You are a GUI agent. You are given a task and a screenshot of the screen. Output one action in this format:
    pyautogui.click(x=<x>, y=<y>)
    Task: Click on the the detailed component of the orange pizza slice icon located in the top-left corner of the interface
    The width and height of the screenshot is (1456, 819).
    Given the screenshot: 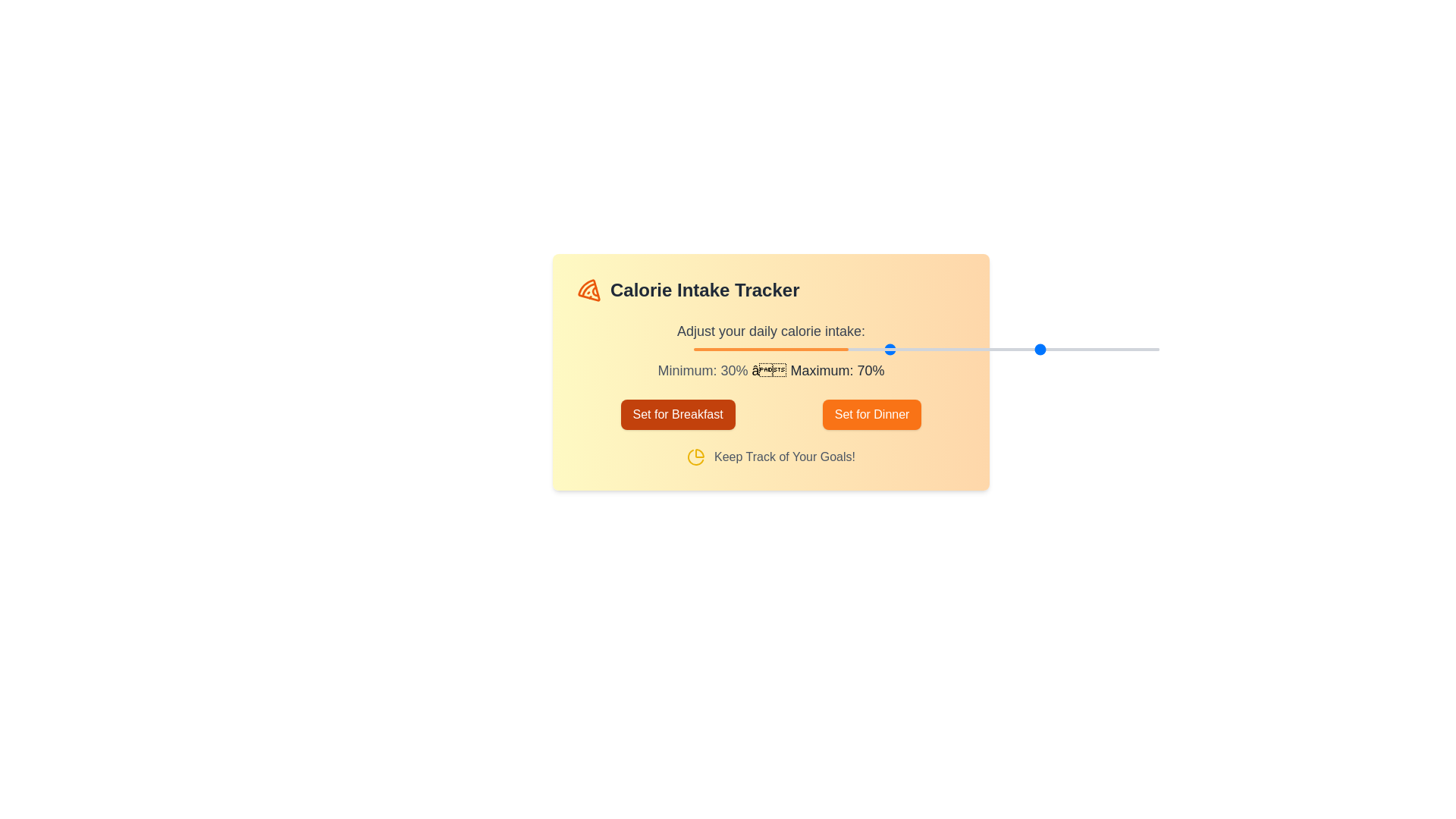 What is the action you would take?
    pyautogui.click(x=588, y=290)
    